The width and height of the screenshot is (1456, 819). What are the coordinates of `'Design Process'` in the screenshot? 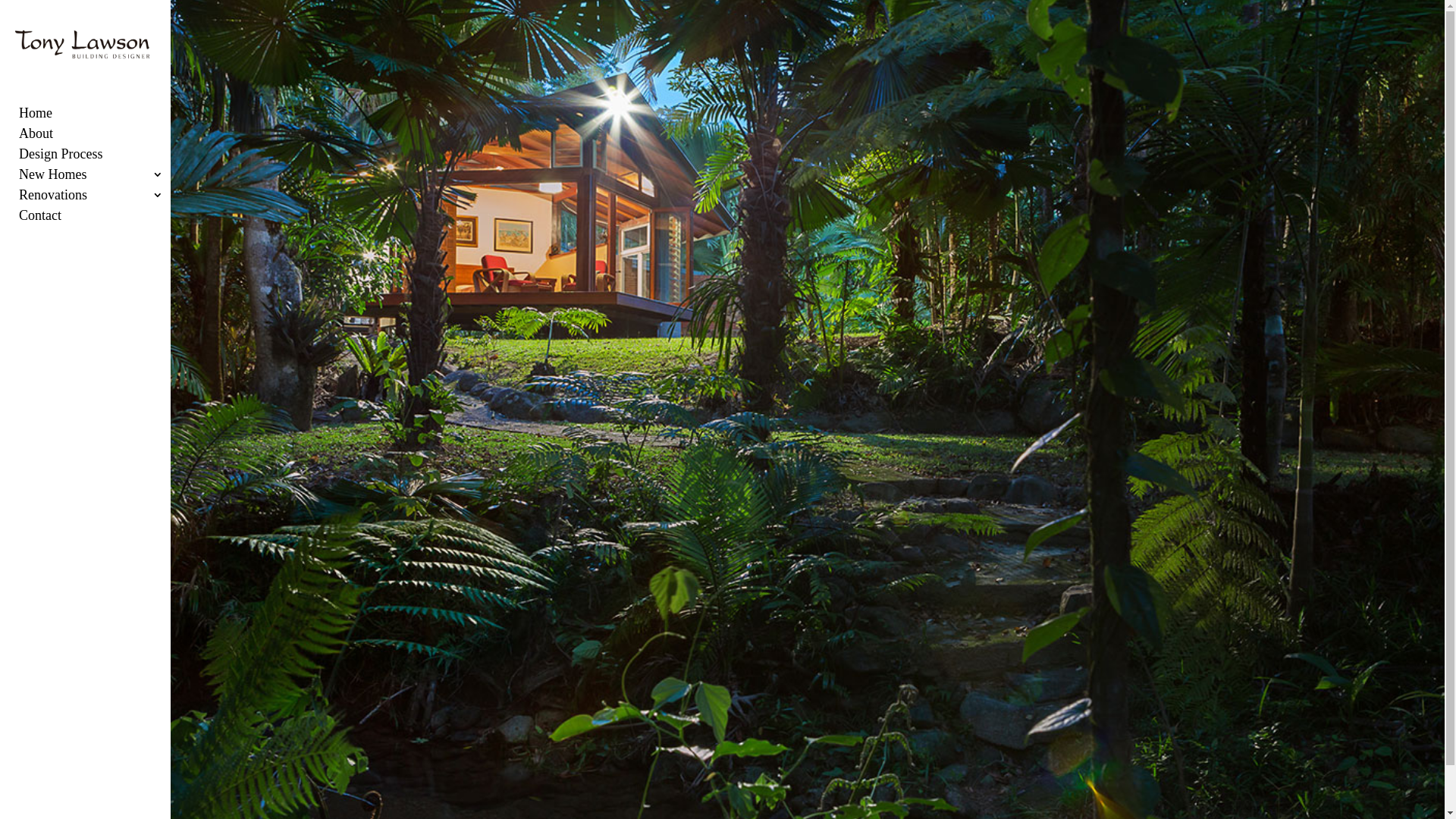 It's located at (101, 158).